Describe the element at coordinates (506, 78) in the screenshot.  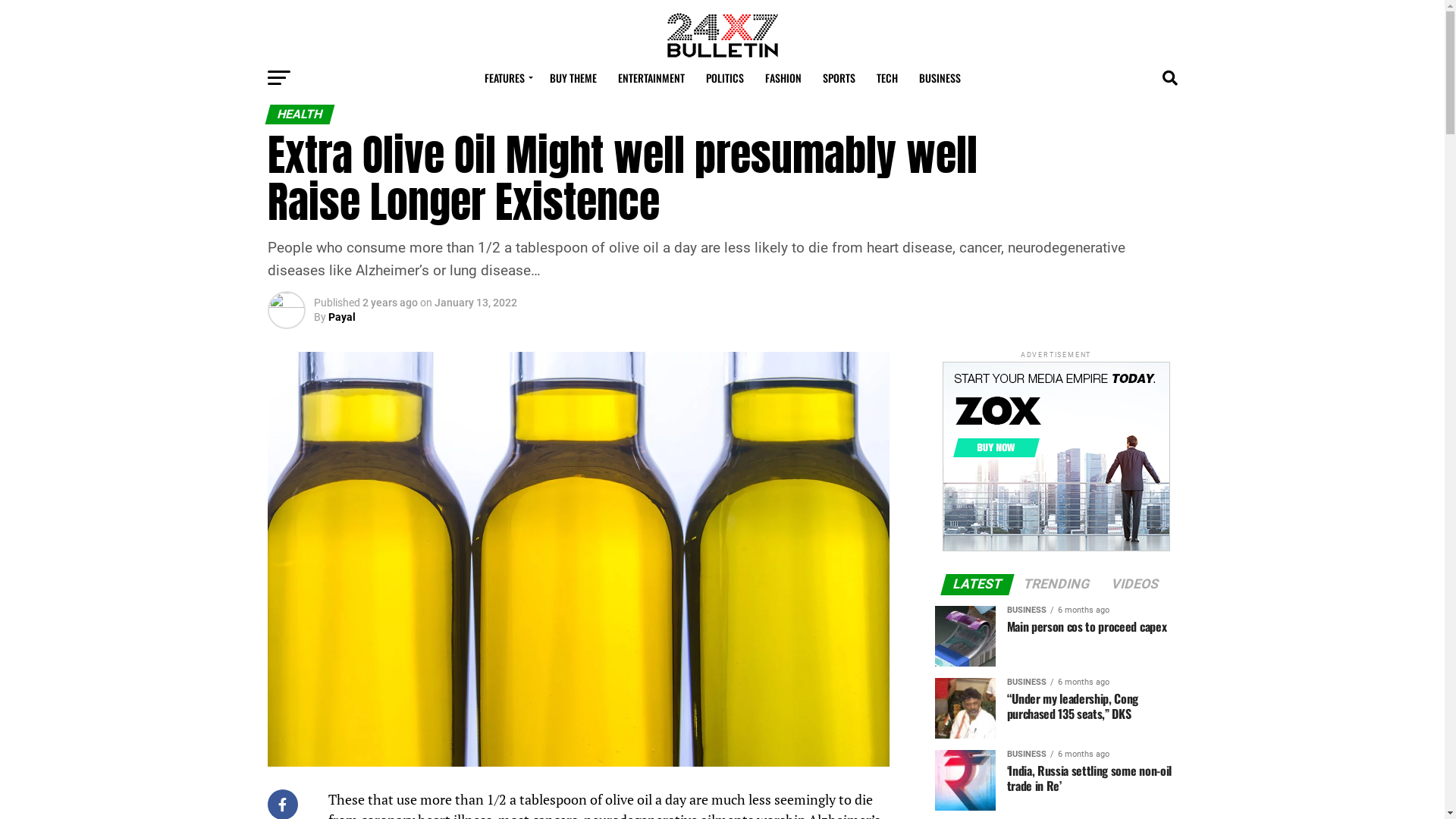
I see `'FEATURES'` at that location.